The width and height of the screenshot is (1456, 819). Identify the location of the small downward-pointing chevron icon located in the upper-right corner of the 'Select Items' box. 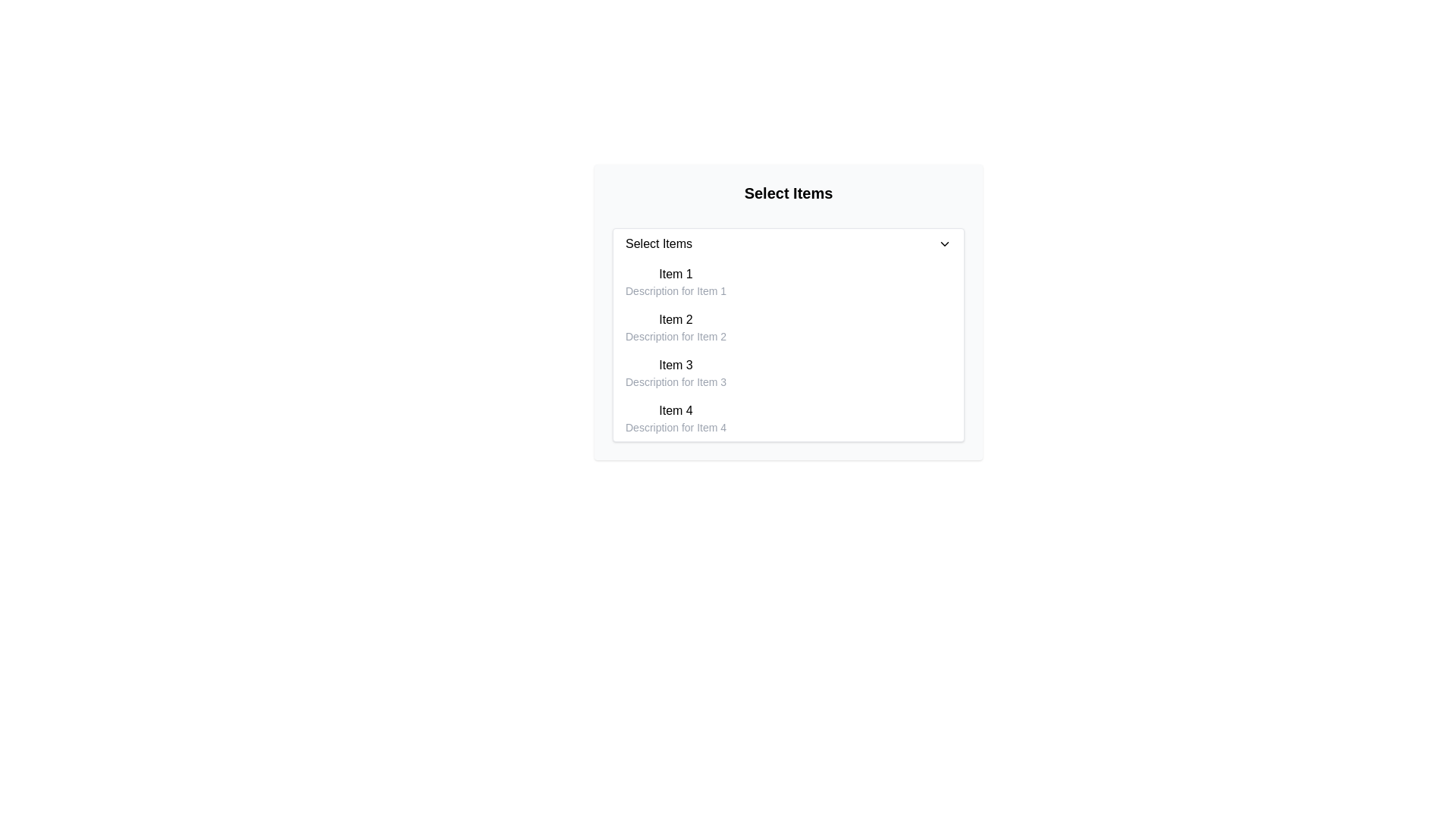
(944, 243).